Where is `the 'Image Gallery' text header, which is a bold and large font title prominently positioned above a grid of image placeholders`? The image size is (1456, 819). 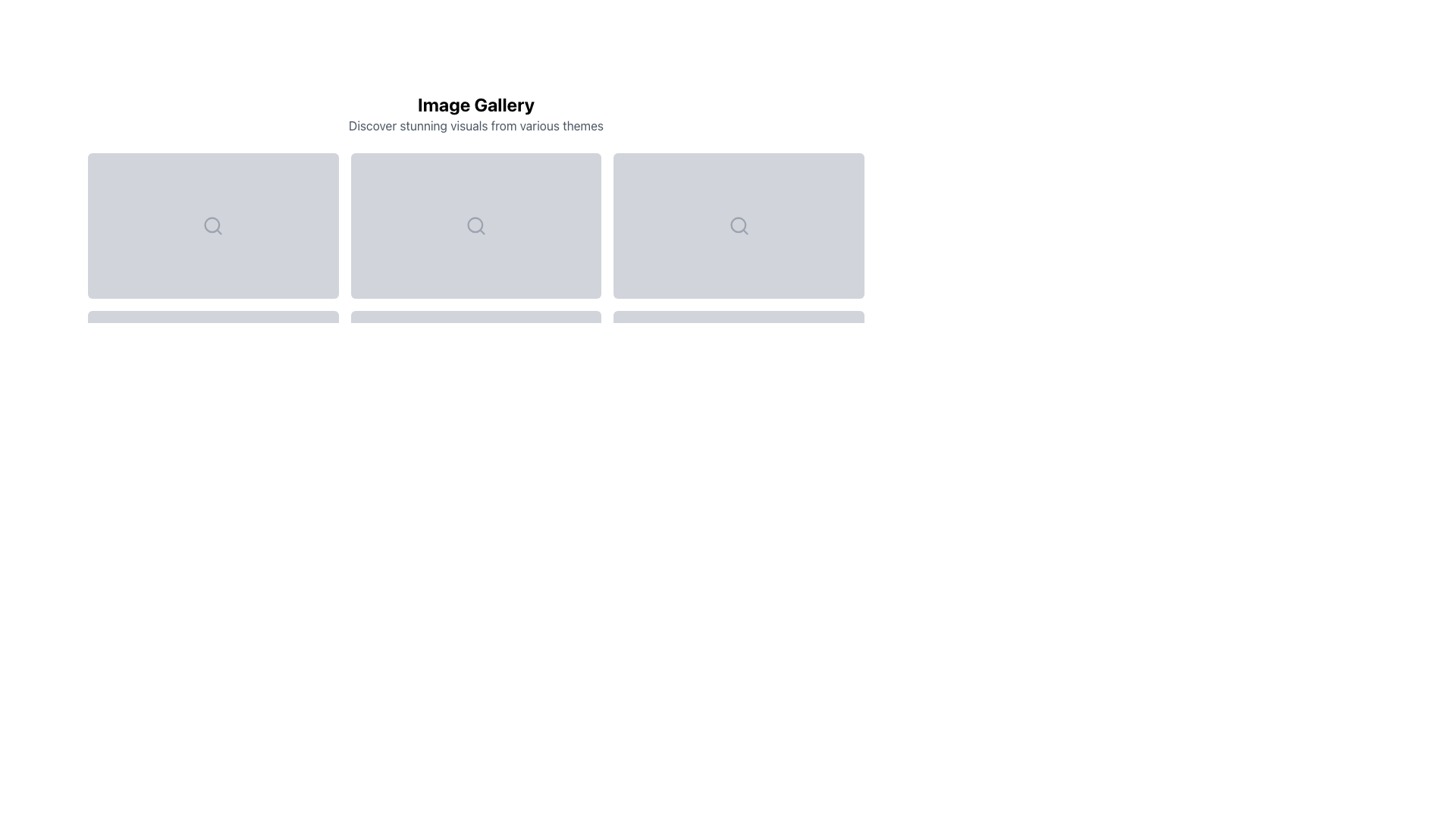 the 'Image Gallery' text header, which is a bold and large font title prominently positioned above a grid of image placeholders is located at coordinates (475, 104).